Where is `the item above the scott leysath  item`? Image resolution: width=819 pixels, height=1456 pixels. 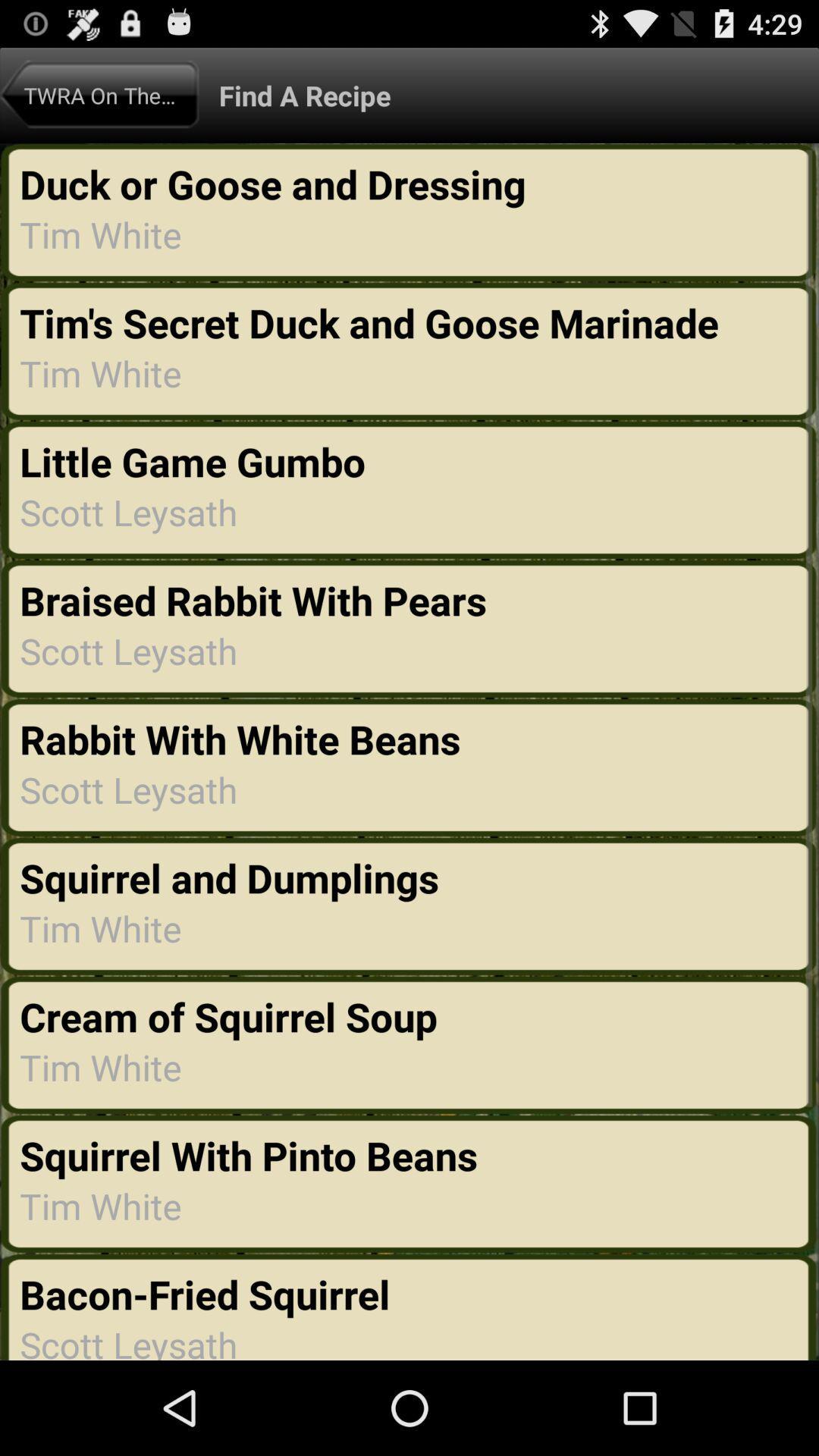
the item above the scott leysath  item is located at coordinates (196, 460).